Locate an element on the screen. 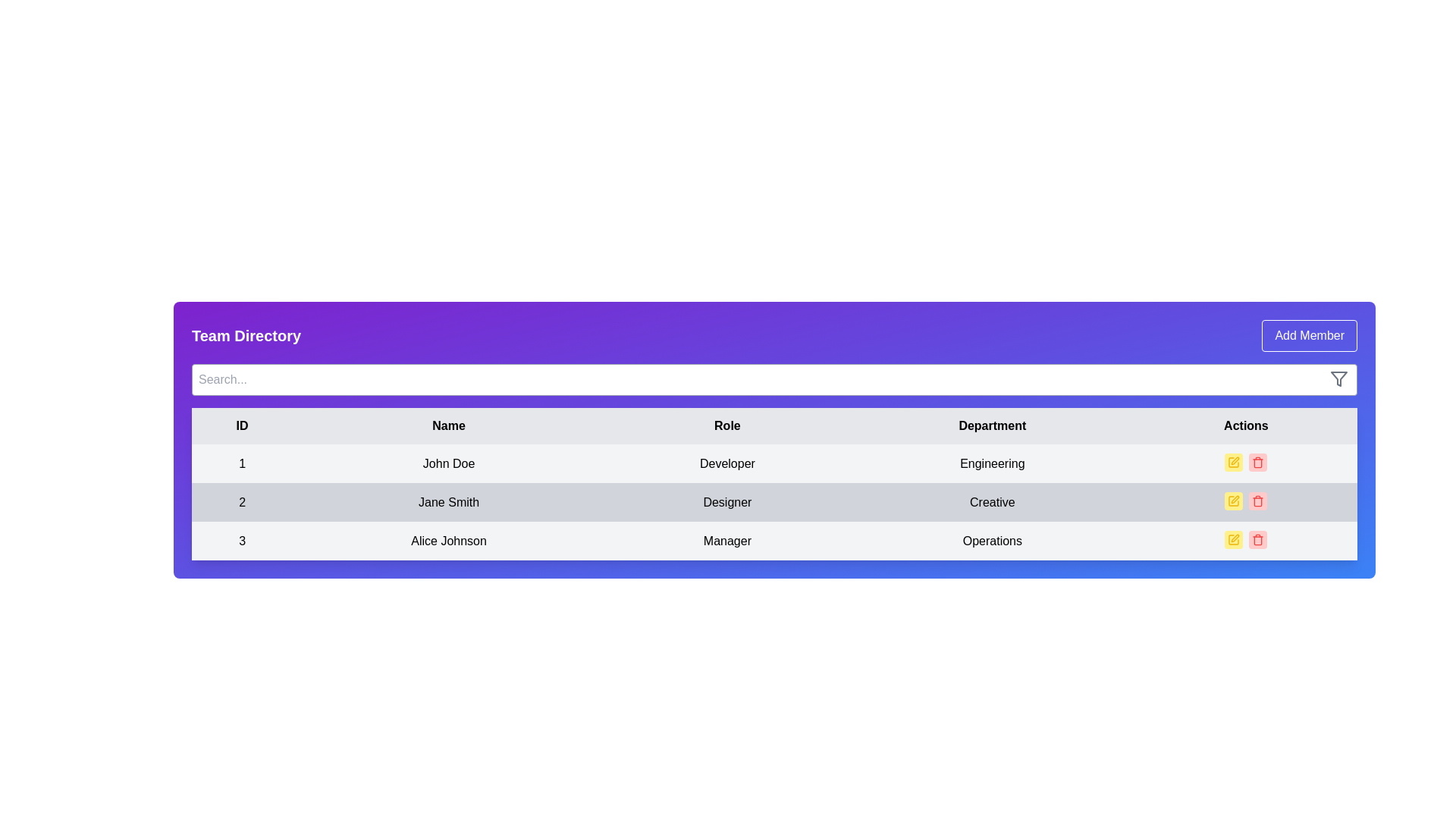 The image size is (1456, 819). the 'Add Member' button located in the top-right corner of the 'Team Directory' section is located at coordinates (1309, 335).